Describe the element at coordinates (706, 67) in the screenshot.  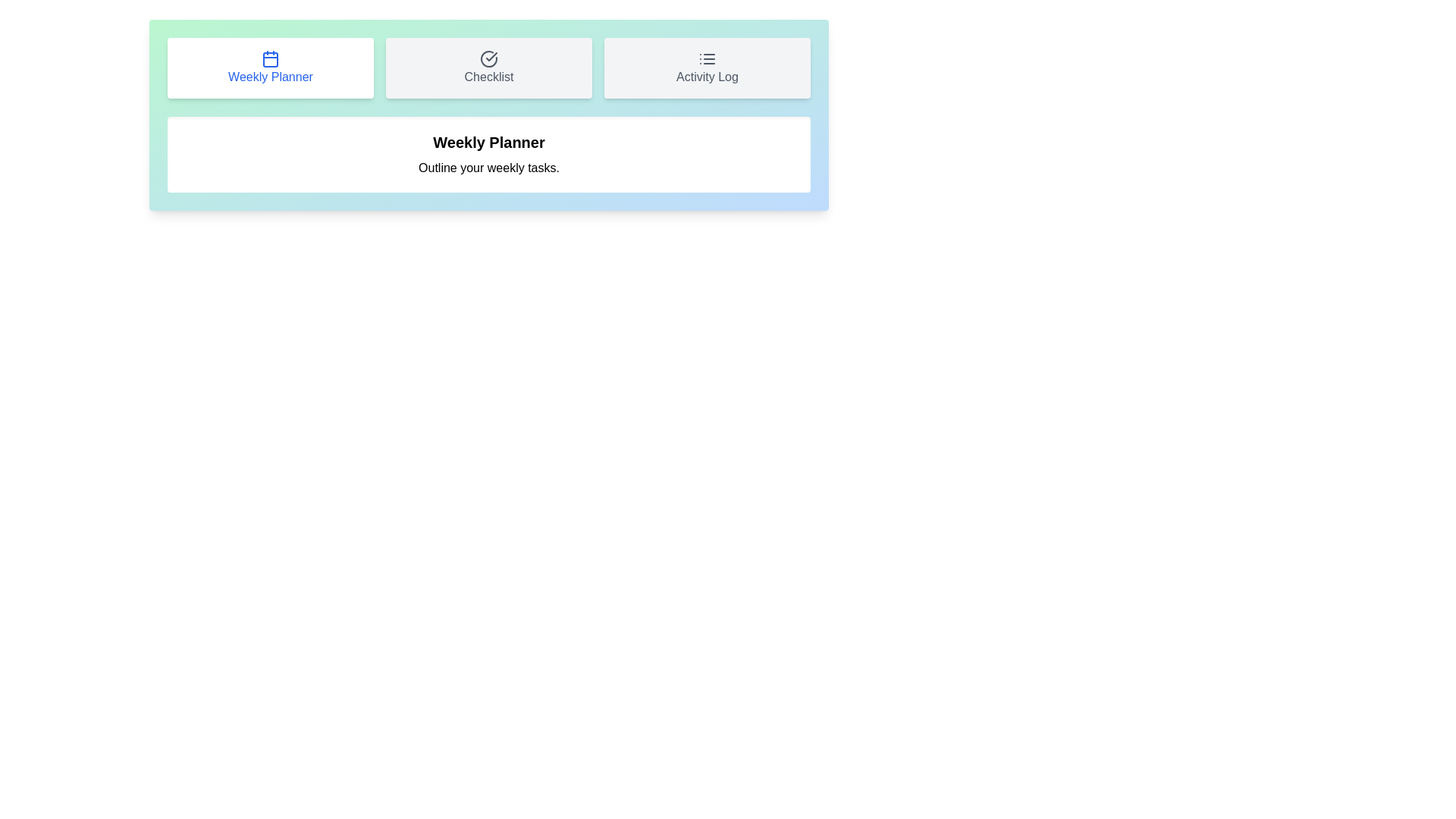
I see `the tab button labeled Activity Log` at that location.